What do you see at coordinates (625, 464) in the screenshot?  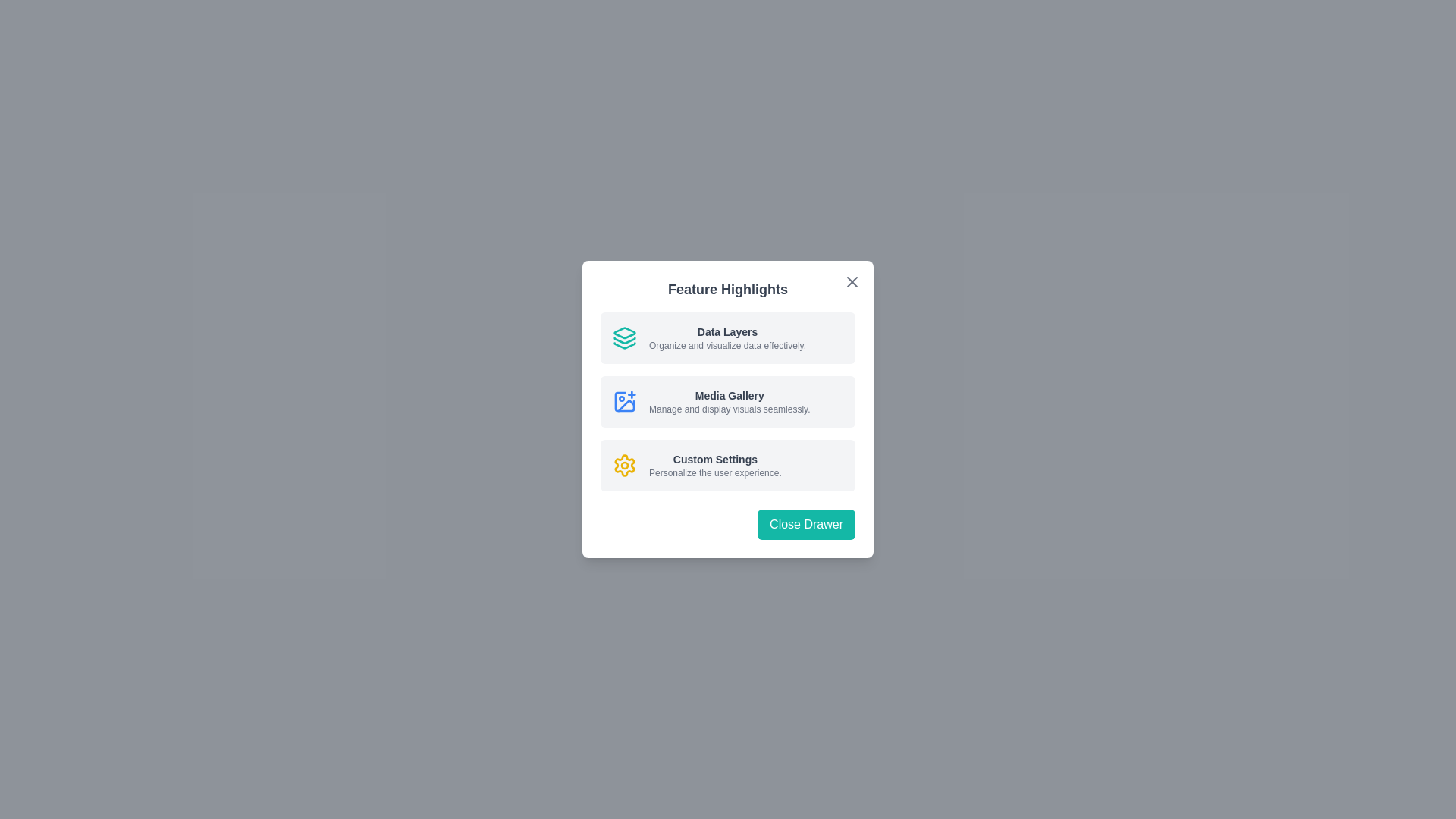 I see `the customization/settings icon located to the left of the 'Custom Settings' text, which is the third icon in the vertical stack` at bounding box center [625, 464].